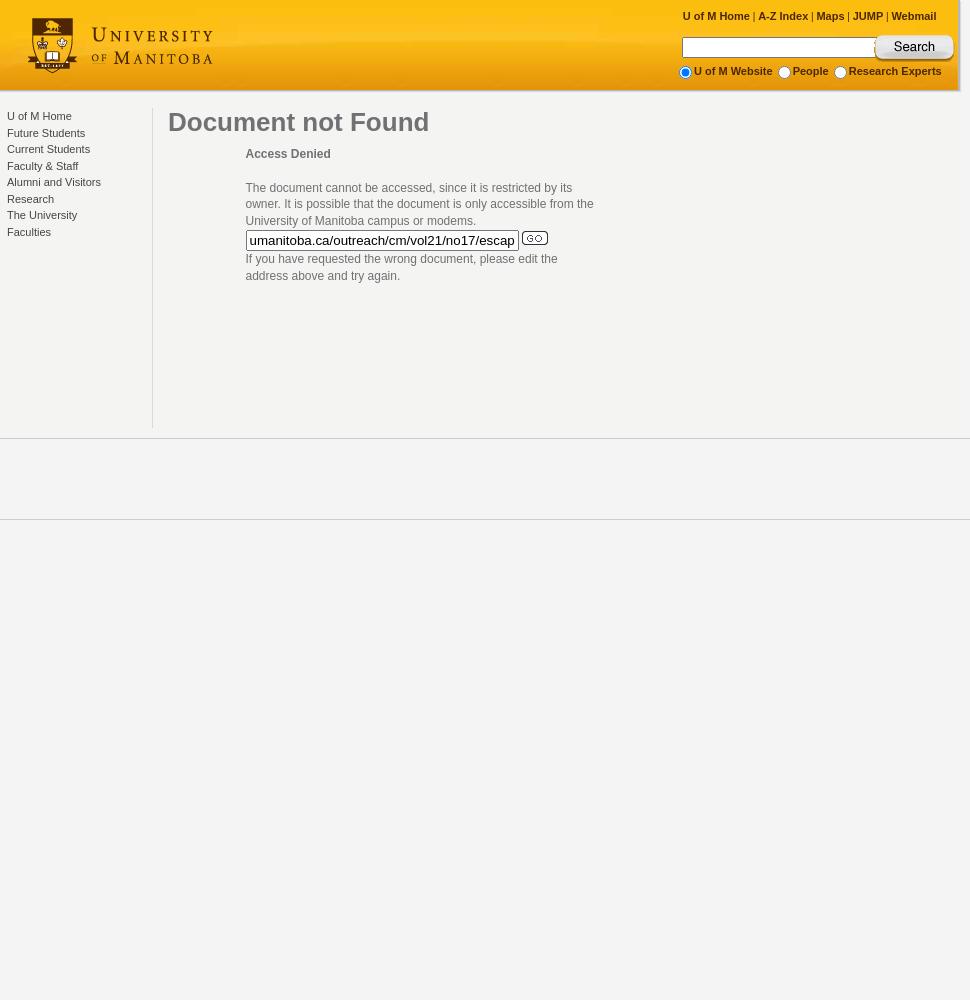 The height and width of the screenshot is (1000, 970). I want to click on 'If you have requested the wrong document, please edit the address above and
      try again.', so click(400, 266).